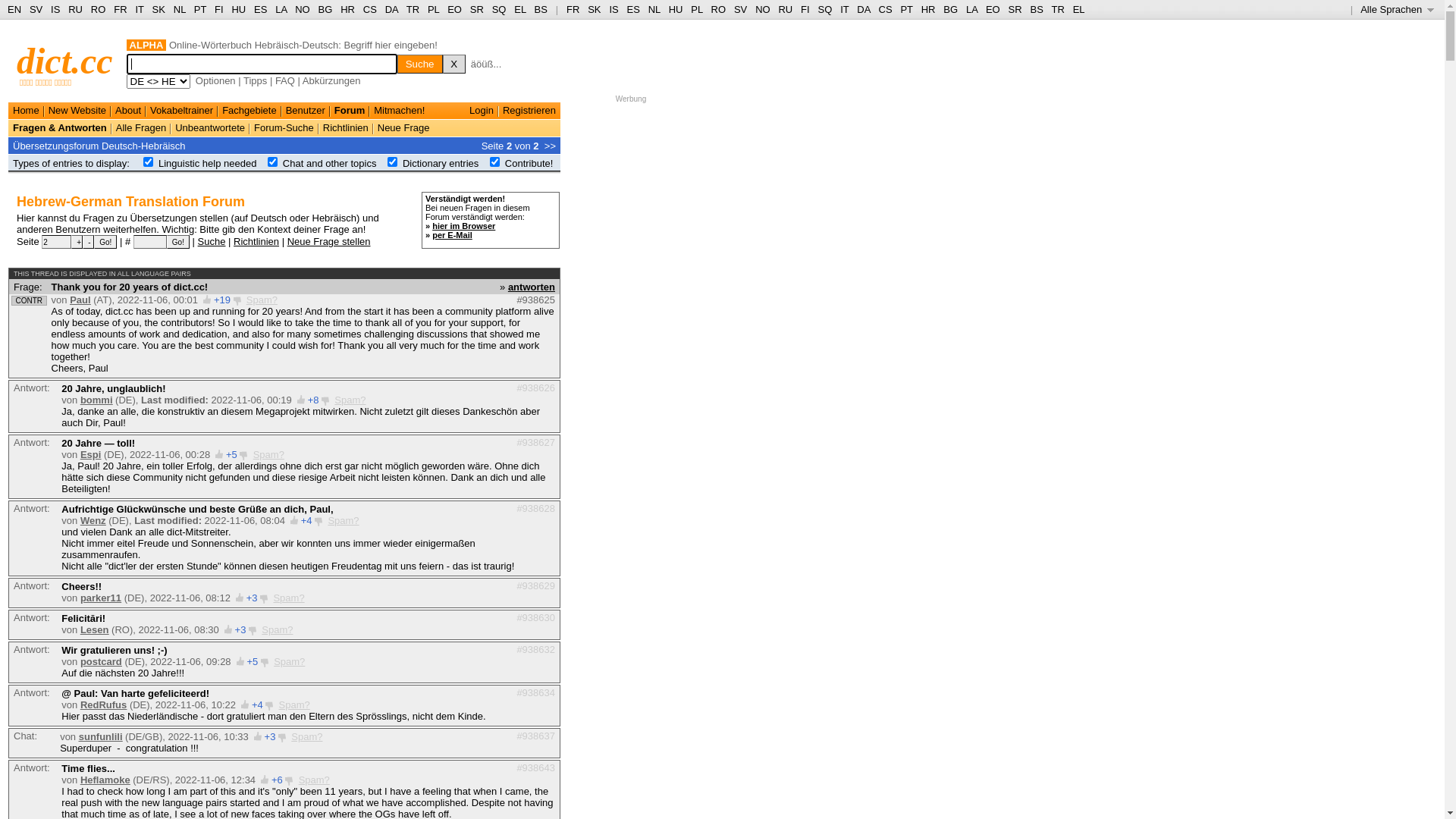  Describe the element at coordinates (613, 9) in the screenshot. I see `'IS'` at that location.